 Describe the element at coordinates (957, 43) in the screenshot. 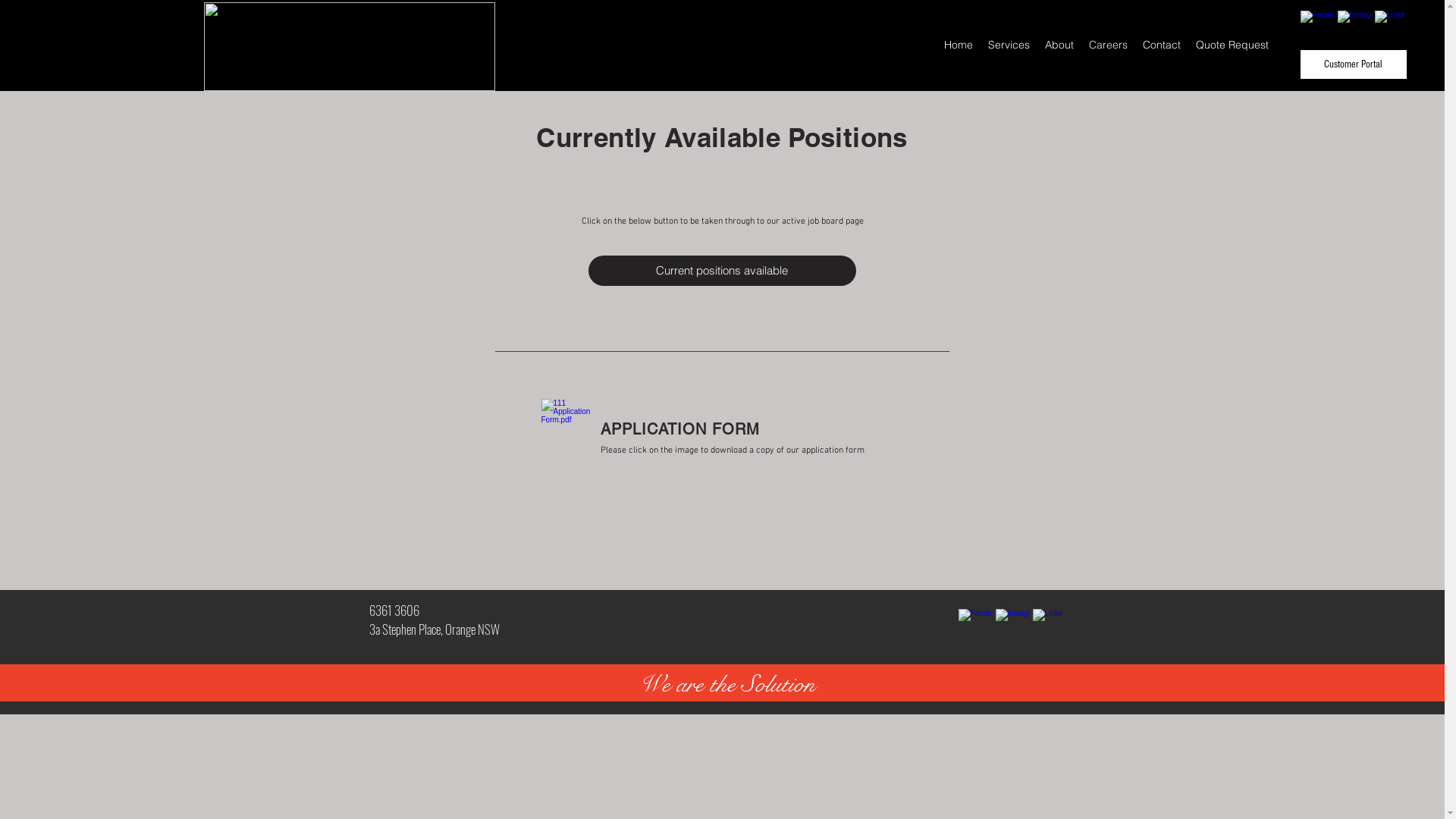

I see `'Home'` at that location.